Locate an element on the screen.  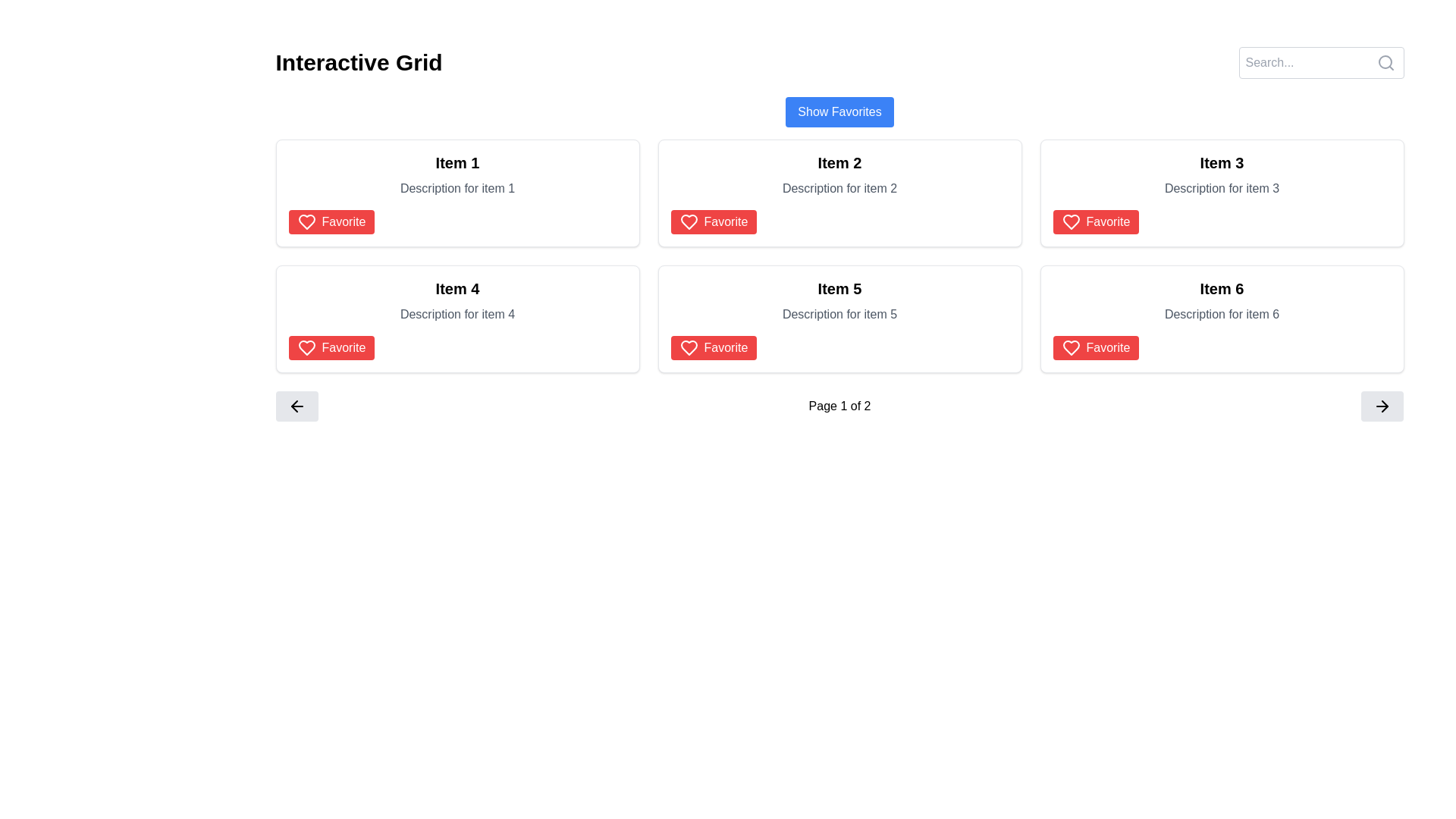
the descriptive text label for 'Item 3', which is positioned below the heading and above the 'Favorite' button in the rightmost tile of the first row is located at coordinates (1222, 188).